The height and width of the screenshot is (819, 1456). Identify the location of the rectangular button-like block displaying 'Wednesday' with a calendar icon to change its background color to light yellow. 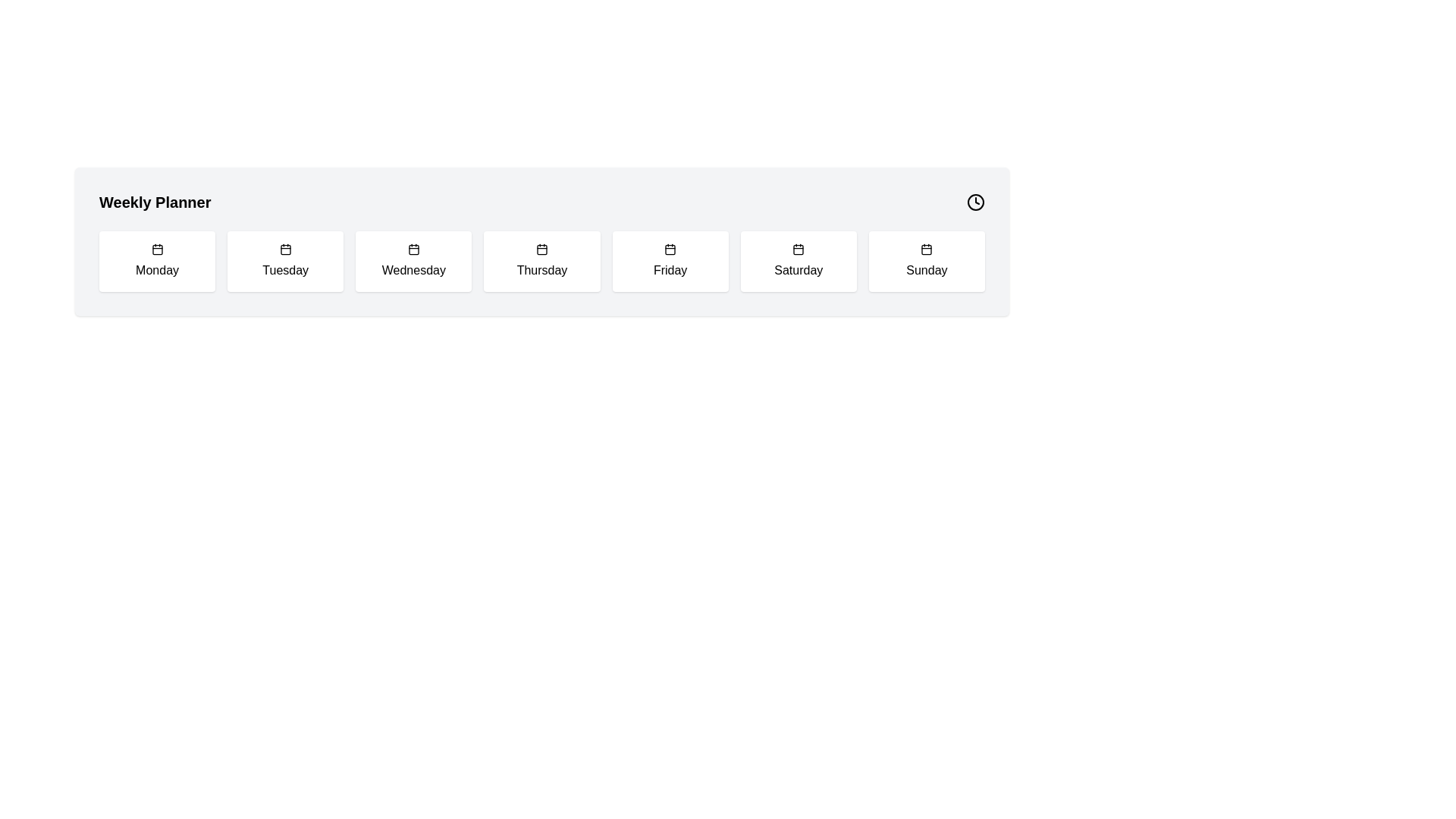
(413, 260).